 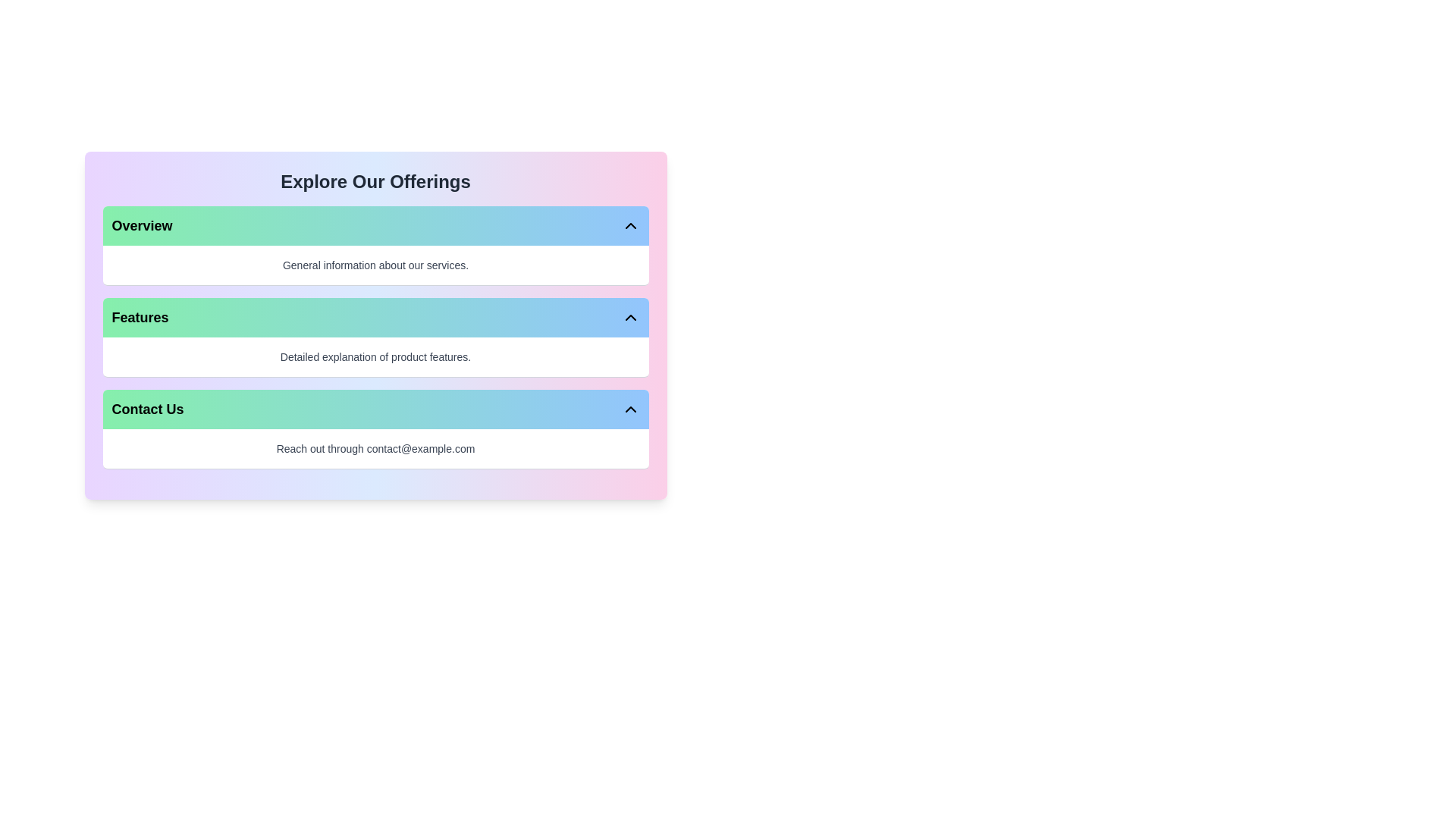 What do you see at coordinates (375, 325) in the screenshot?
I see `the Informative section, which is a centrally positioned box with rounded corners and a gradient background transitioning from purple to pink, situated between the 'Overview' and 'Contact Us' sections` at bounding box center [375, 325].